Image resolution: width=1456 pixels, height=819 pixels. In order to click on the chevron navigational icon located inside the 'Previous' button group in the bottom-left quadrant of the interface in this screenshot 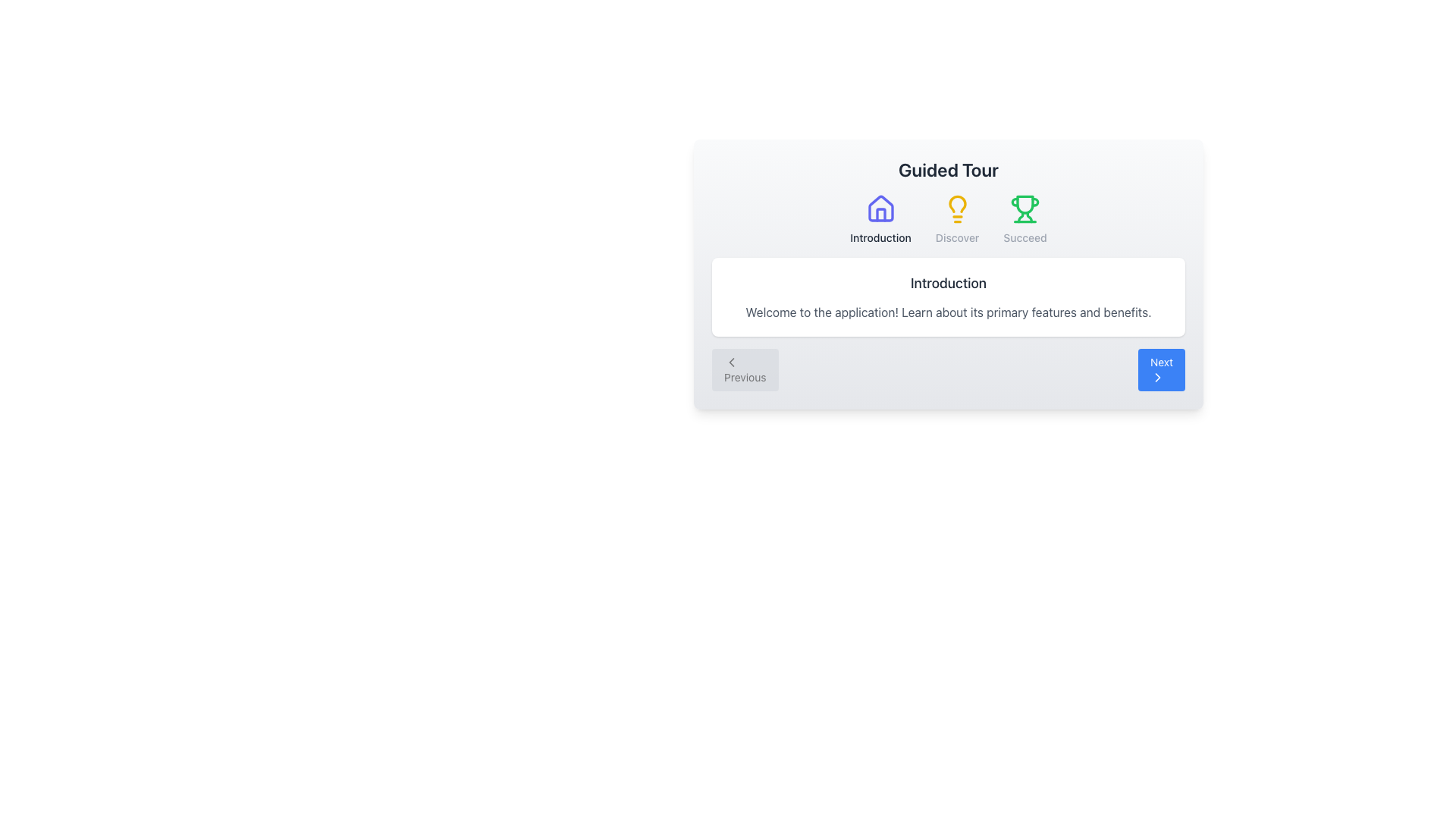, I will do `click(731, 362)`.